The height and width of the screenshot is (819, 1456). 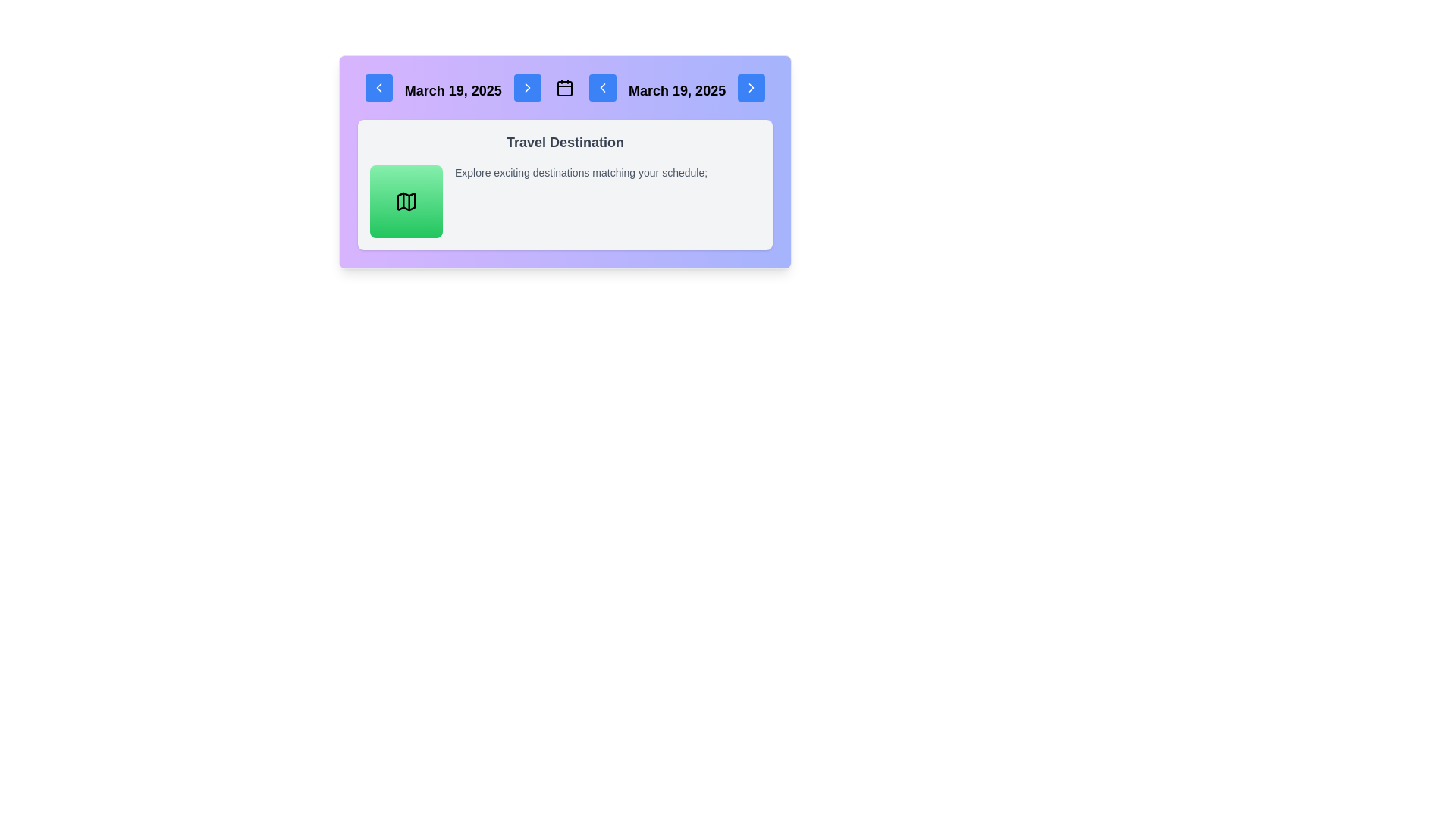 I want to click on the right chevron icon button with a blue background, located, so click(x=527, y=87).